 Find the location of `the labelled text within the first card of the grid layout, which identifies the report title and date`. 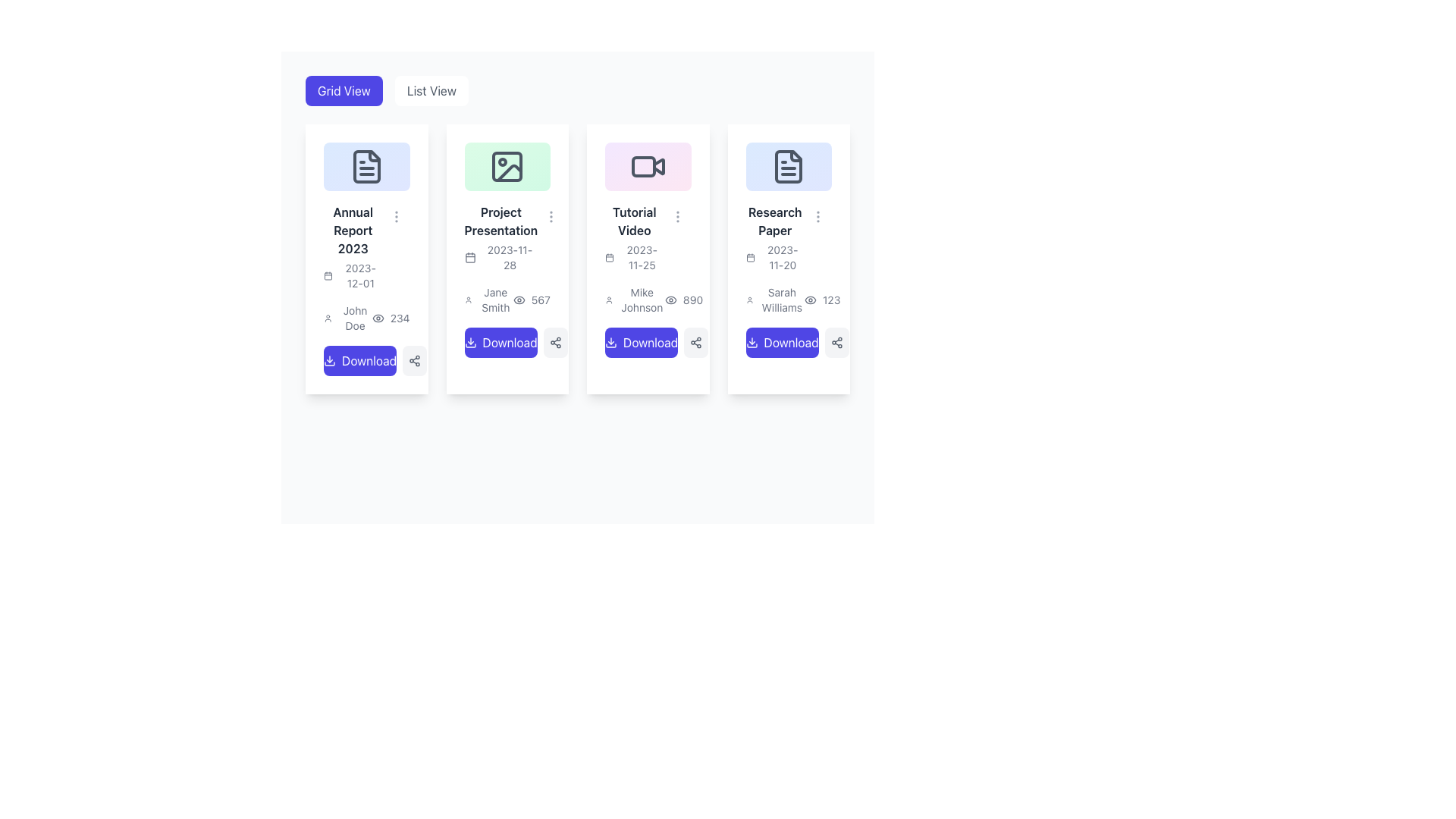

the labelled text within the first card of the grid layout, which identifies the report title and date is located at coordinates (352, 246).